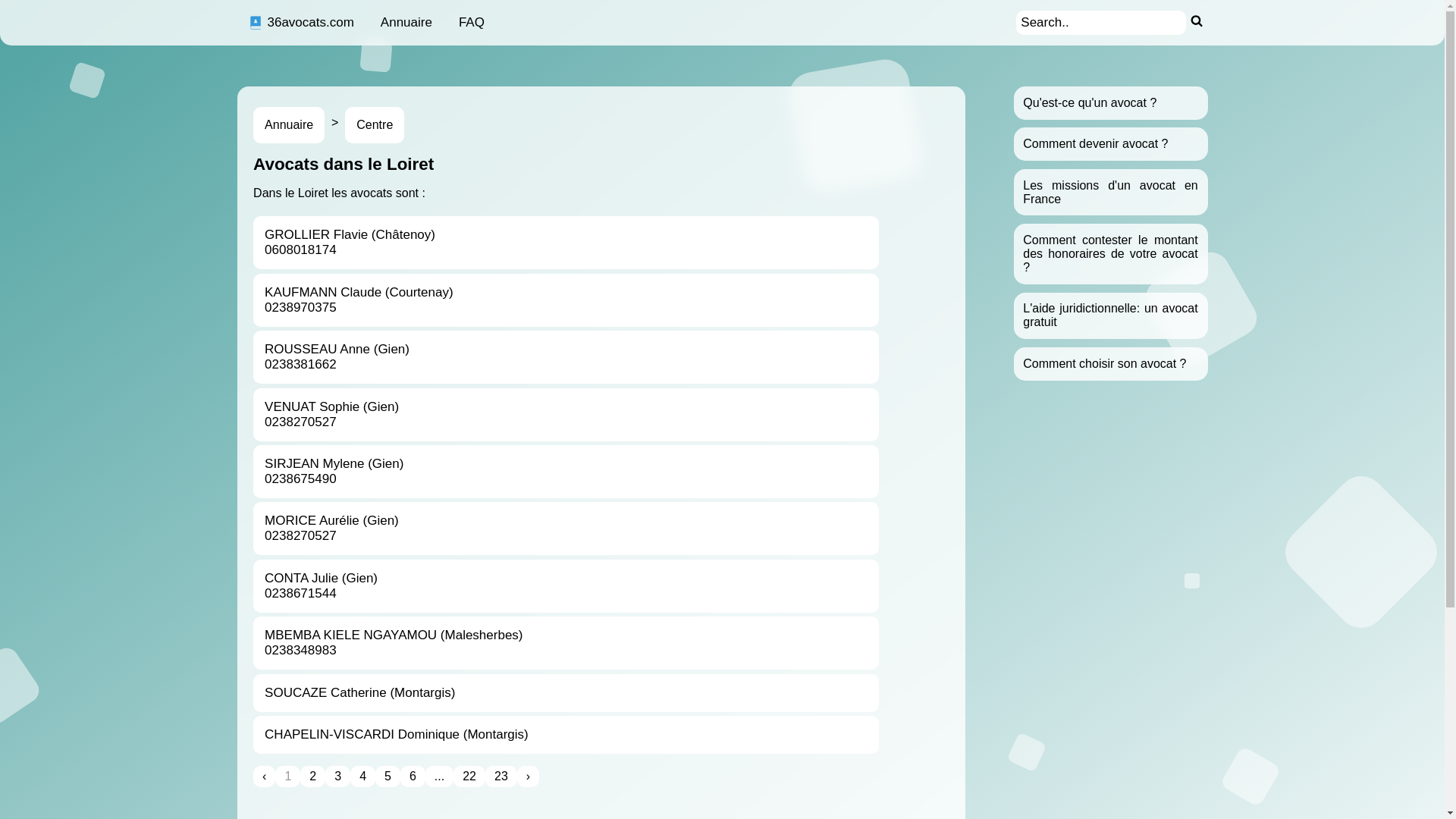 The height and width of the screenshot is (819, 1456). What do you see at coordinates (312, 776) in the screenshot?
I see `'2'` at bounding box center [312, 776].